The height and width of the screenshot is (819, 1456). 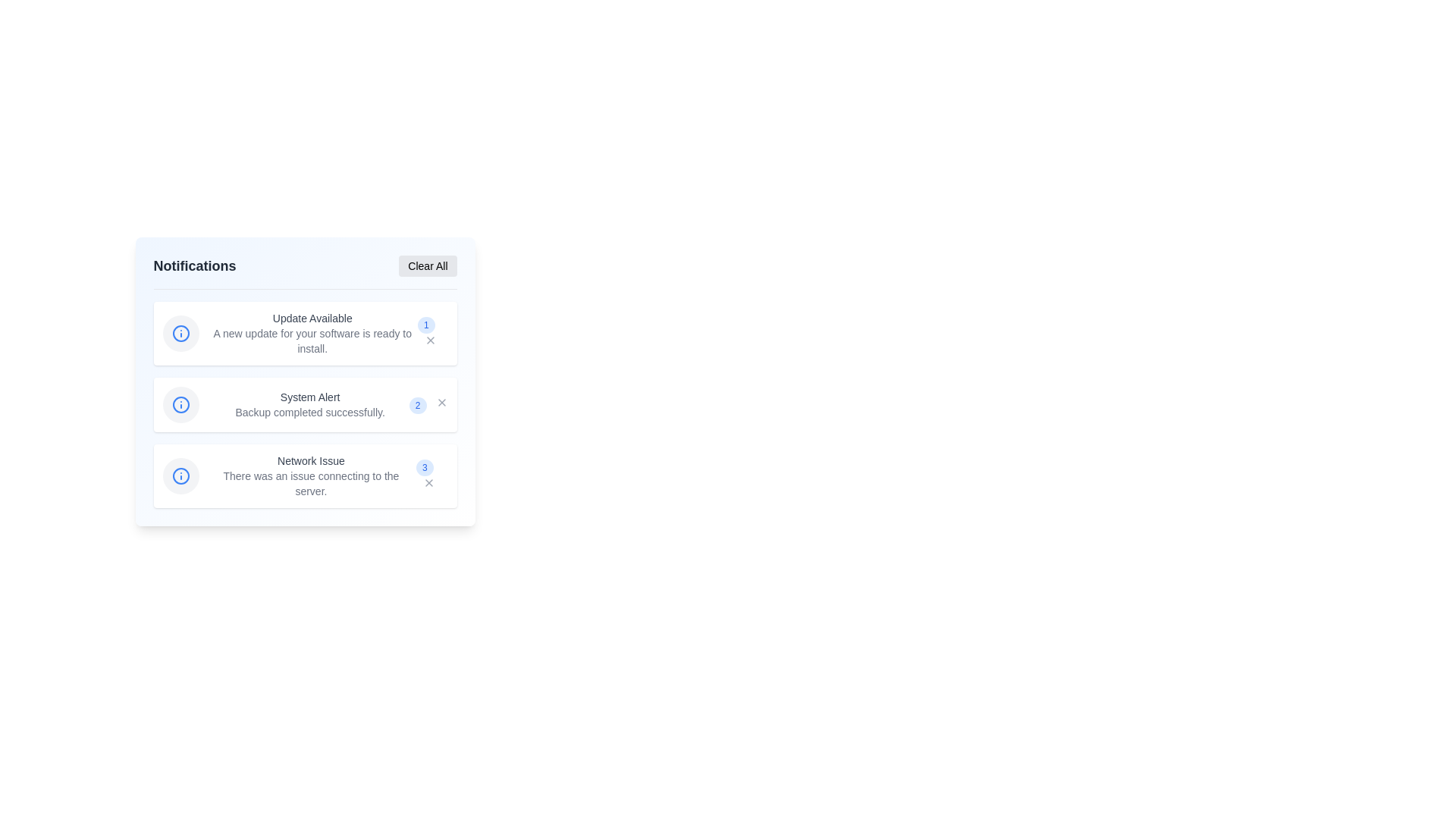 I want to click on the 'Network Issue' static text label, which is styled in gray and serves as the header of a notification entry, positioned within the third notification box above the description 'There was an issue connecting to the server.', so click(x=310, y=460).